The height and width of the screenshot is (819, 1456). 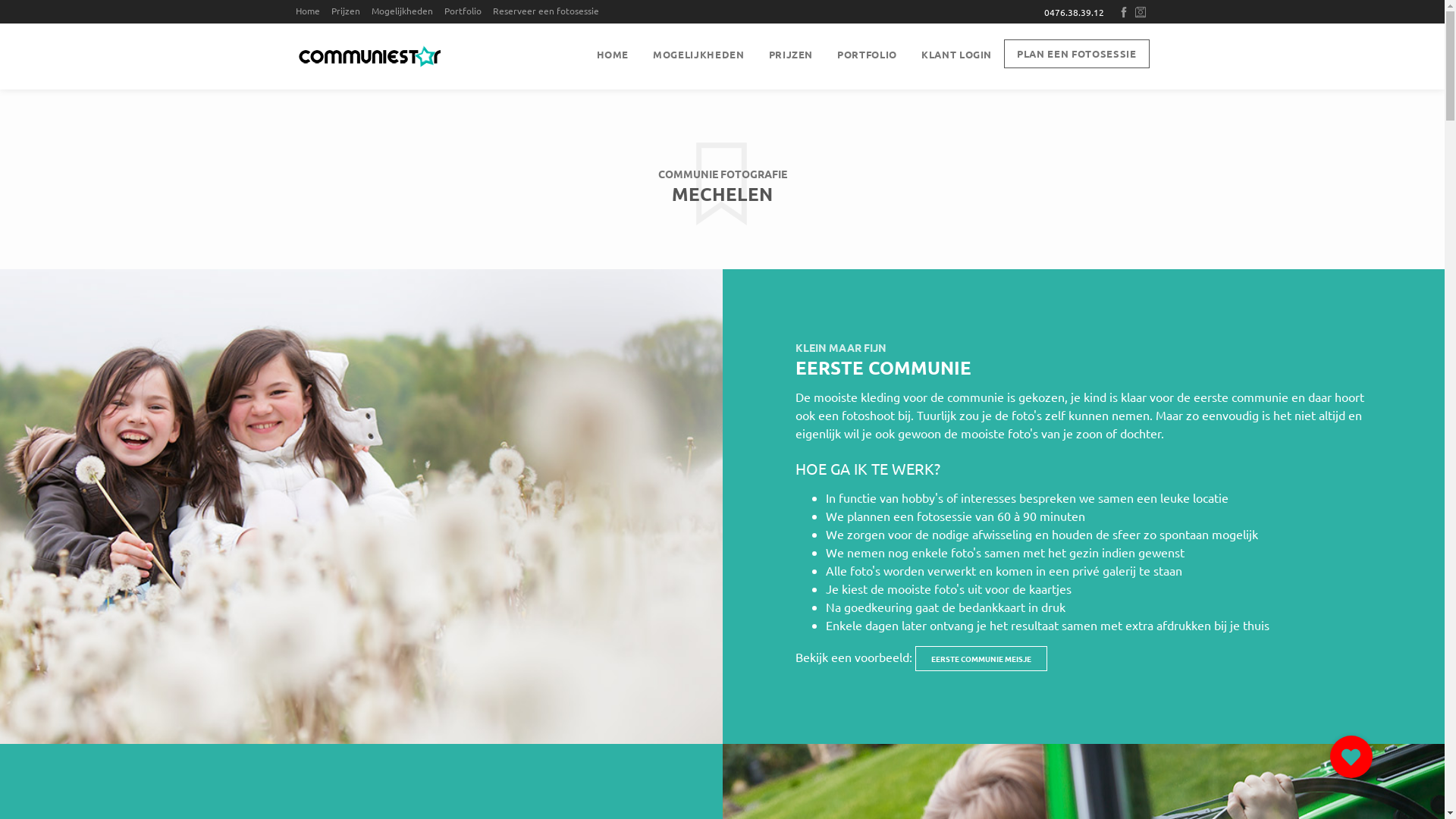 I want to click on 'MOGELIJKHEDEN', so click(x=698, y=54).